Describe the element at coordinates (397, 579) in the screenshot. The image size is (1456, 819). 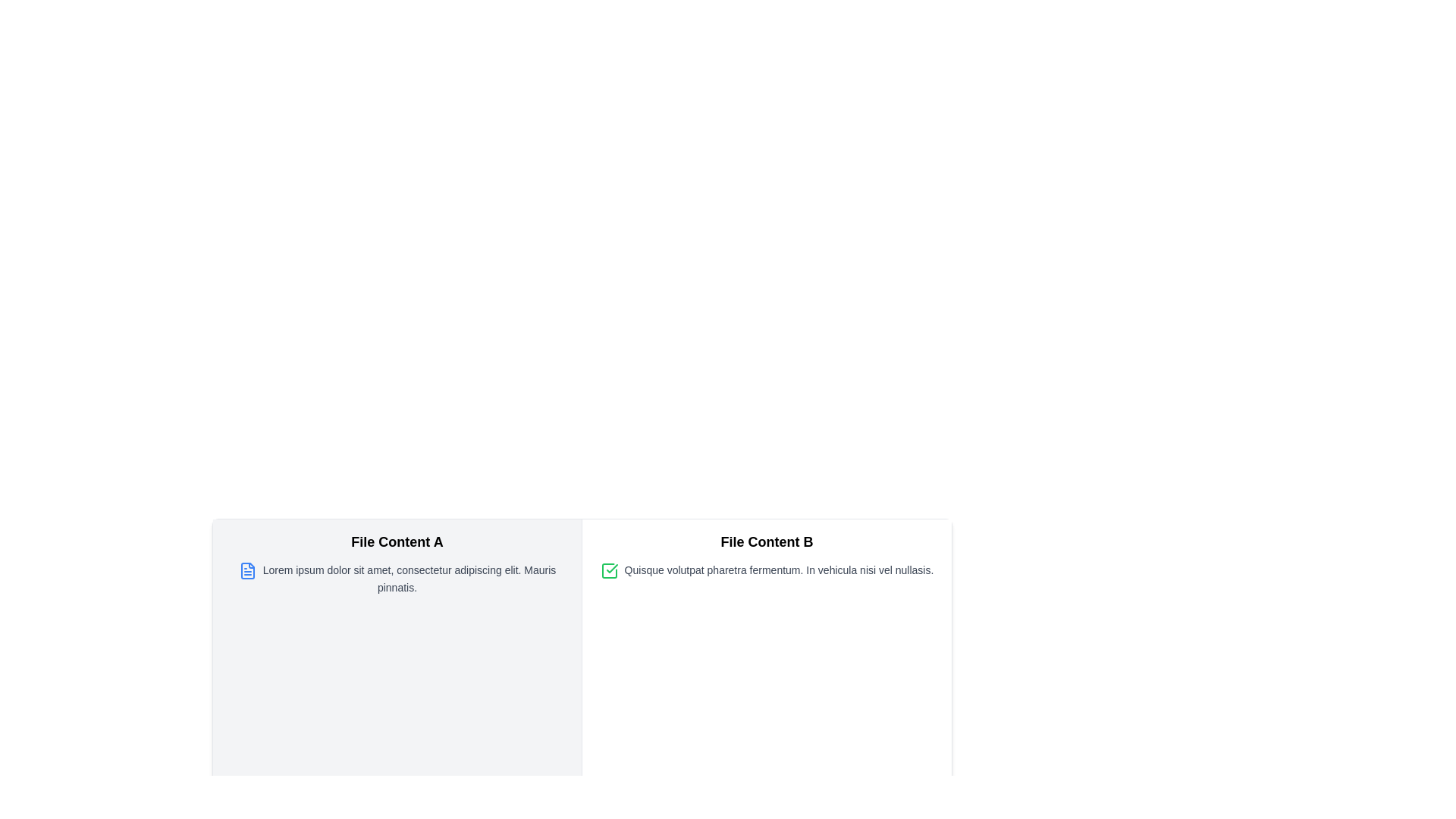
I see `the static descriptive text element located directly below the header 'File Content A' in the left half of the two-column layout` at that location.